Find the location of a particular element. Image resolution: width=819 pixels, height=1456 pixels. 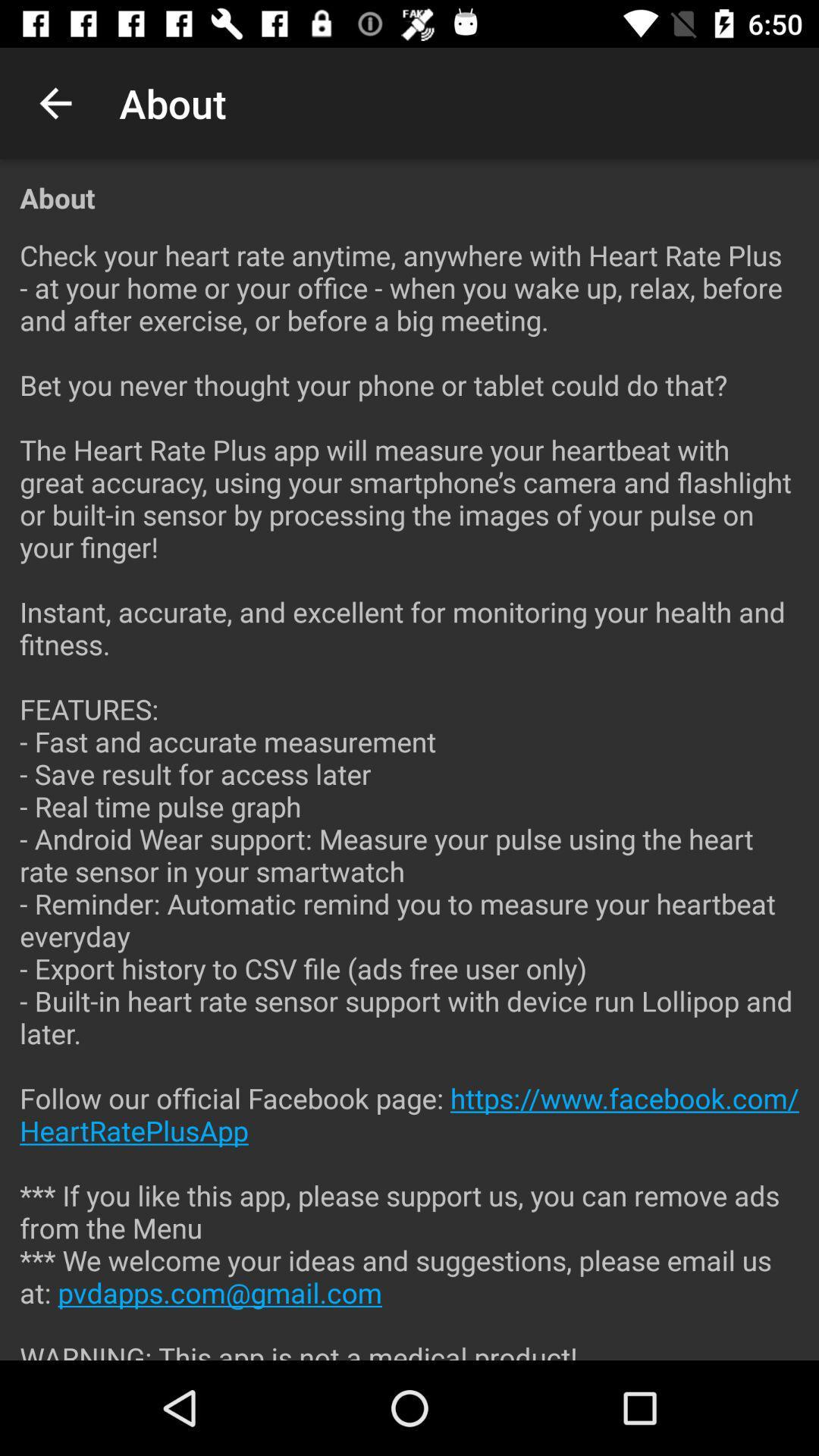

item below the about item is located at coordinates (409, 788).